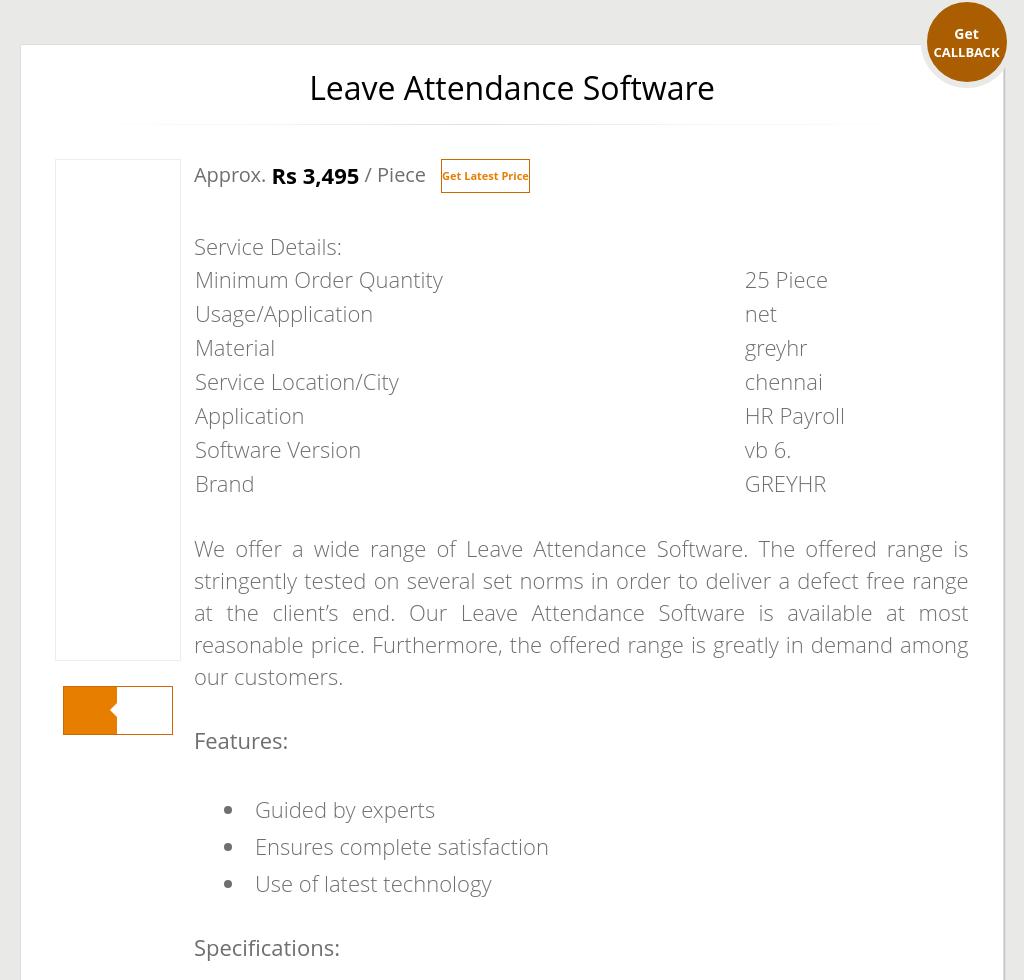  What do you see at coordinates (483, 175) in the screenshot?
I see `'Get Latest Price'` at bounding box center [483, 175].